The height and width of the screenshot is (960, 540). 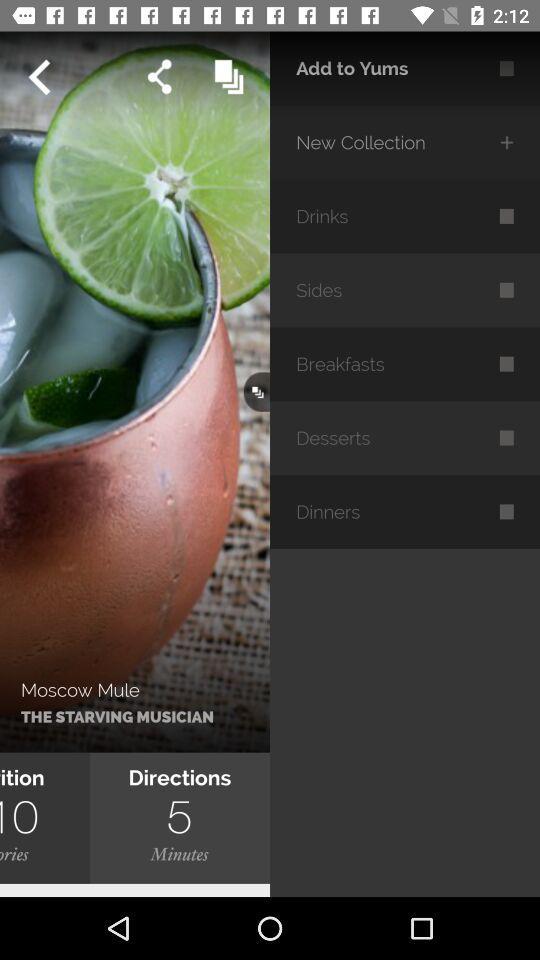 What do you see at coordinates (158, 77) in the screenshot?
I see `share on social media` at bounding box center [158, 77].